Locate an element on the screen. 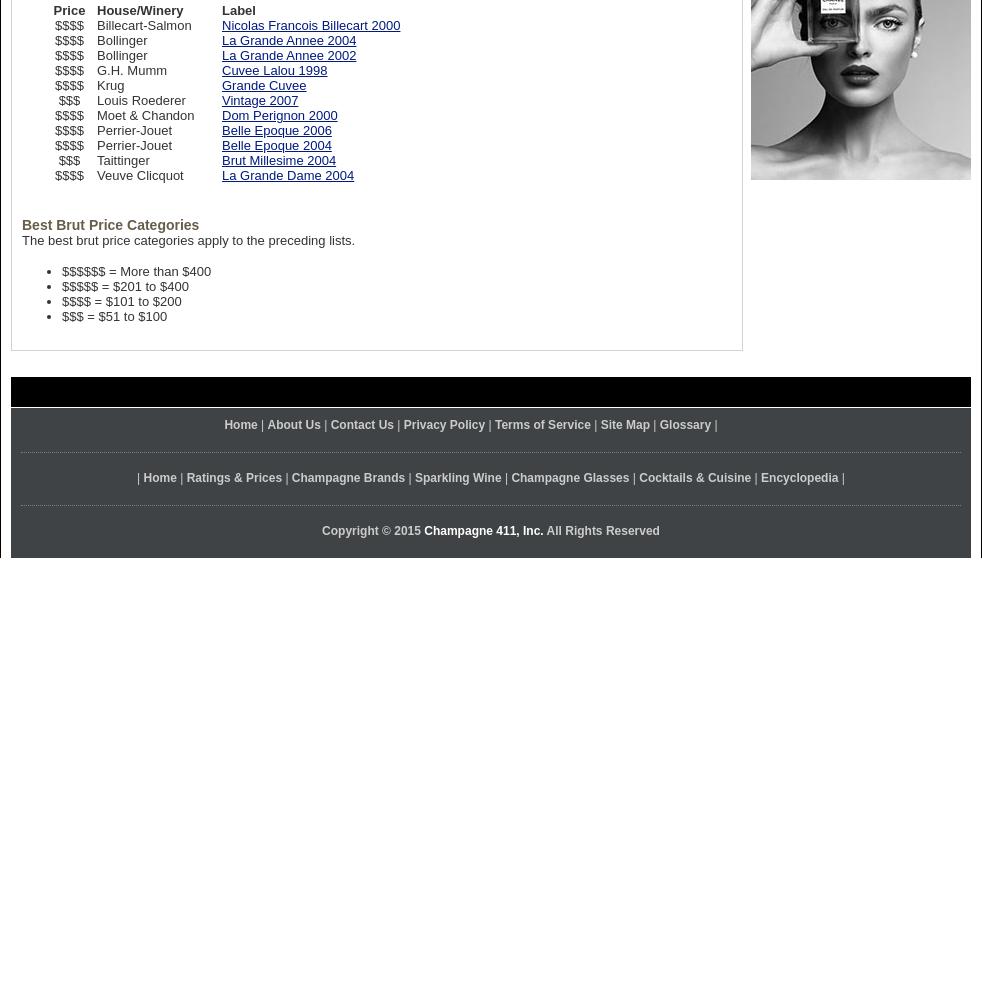 The width and height of the screenshot is (982, 1000). '$$$$ = $101 to $200' is located at coordinates (120, 301).